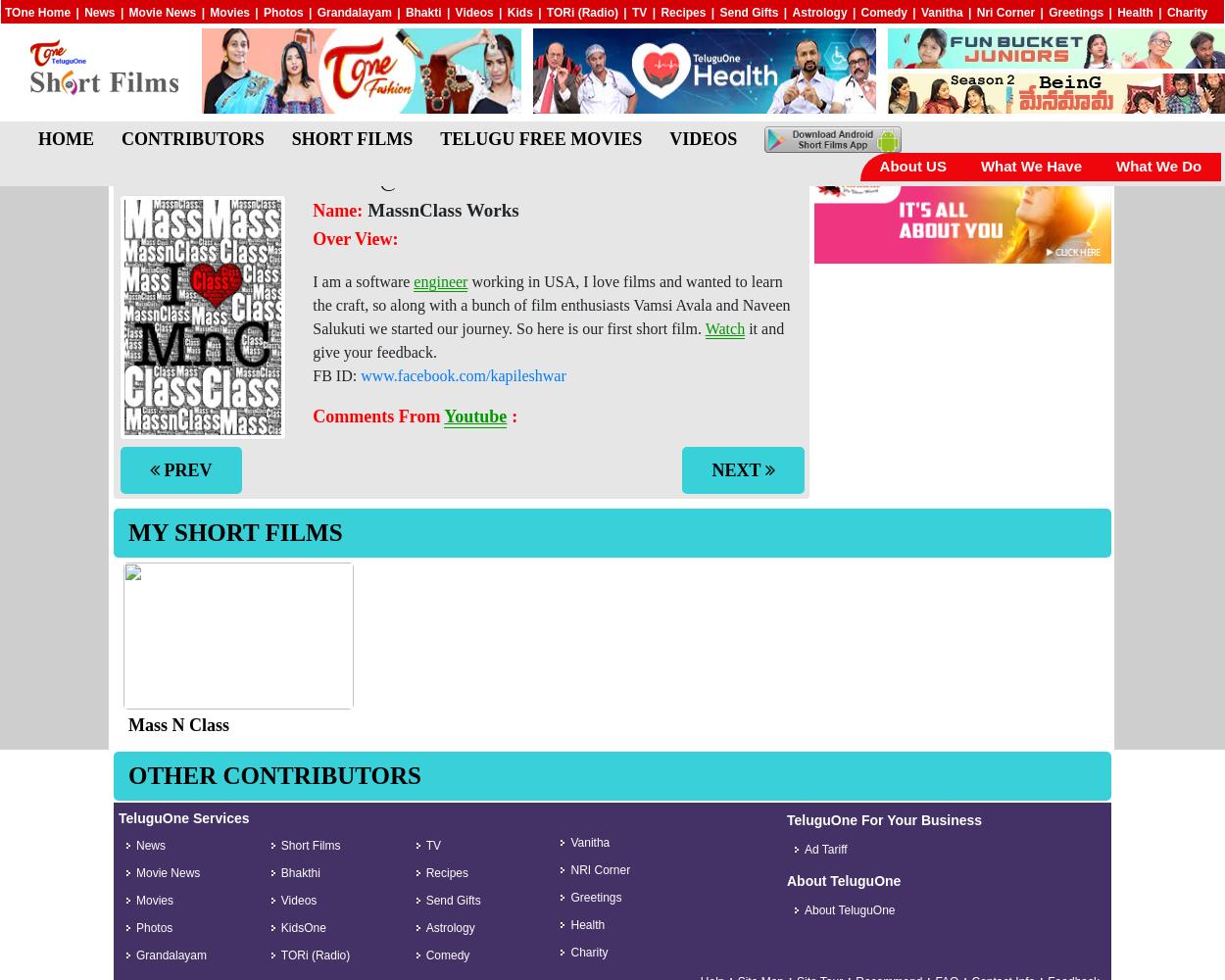 The width and height of the screenshot is (1225, 980). I want to click on 'My Short Films', so click(234, 532).